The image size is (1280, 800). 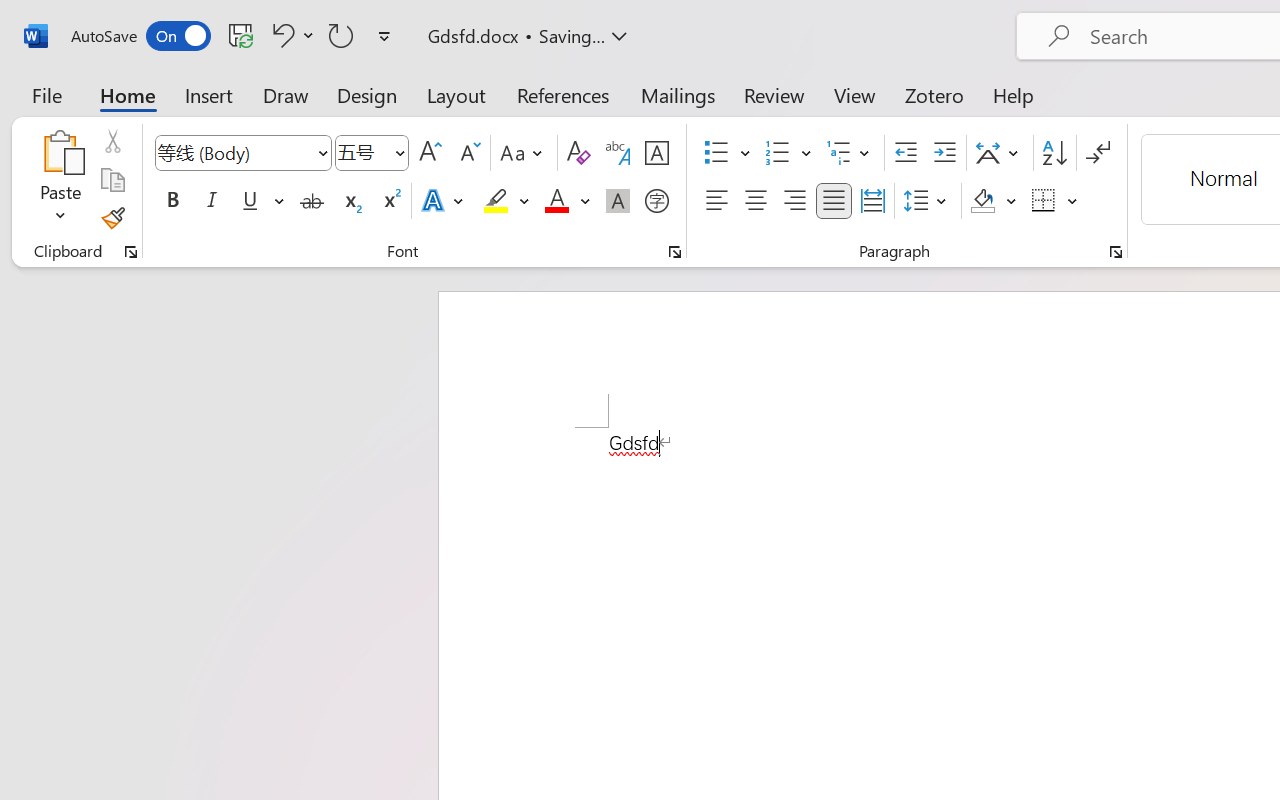 What do you see at coordinates (130, 251) in the screenshot?
I see `'Office Clipboard...'` at bounding box center [130, 251].